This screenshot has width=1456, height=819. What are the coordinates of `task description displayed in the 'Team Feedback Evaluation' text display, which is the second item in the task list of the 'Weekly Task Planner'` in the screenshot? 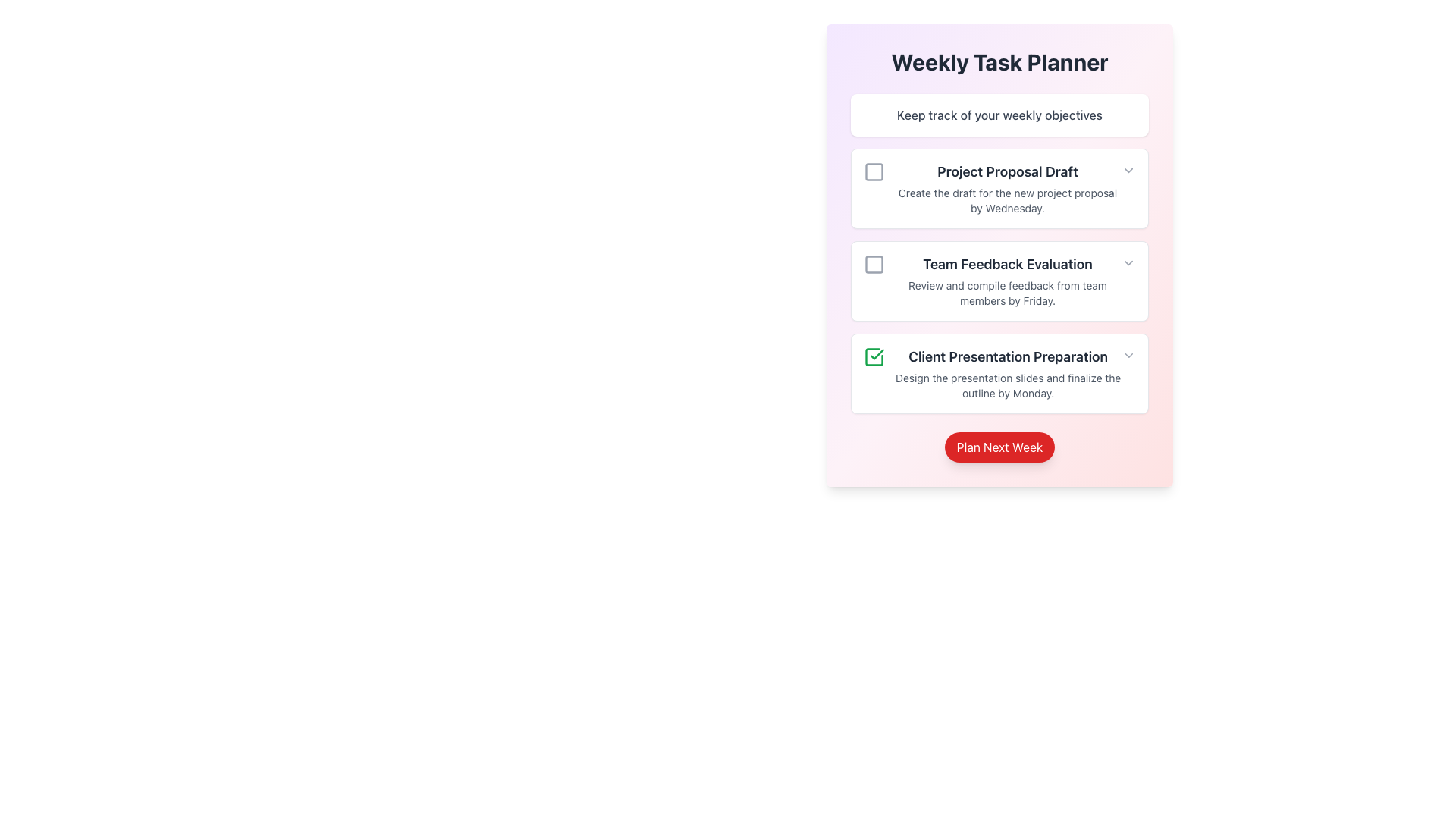 It's located at (1008, 281).